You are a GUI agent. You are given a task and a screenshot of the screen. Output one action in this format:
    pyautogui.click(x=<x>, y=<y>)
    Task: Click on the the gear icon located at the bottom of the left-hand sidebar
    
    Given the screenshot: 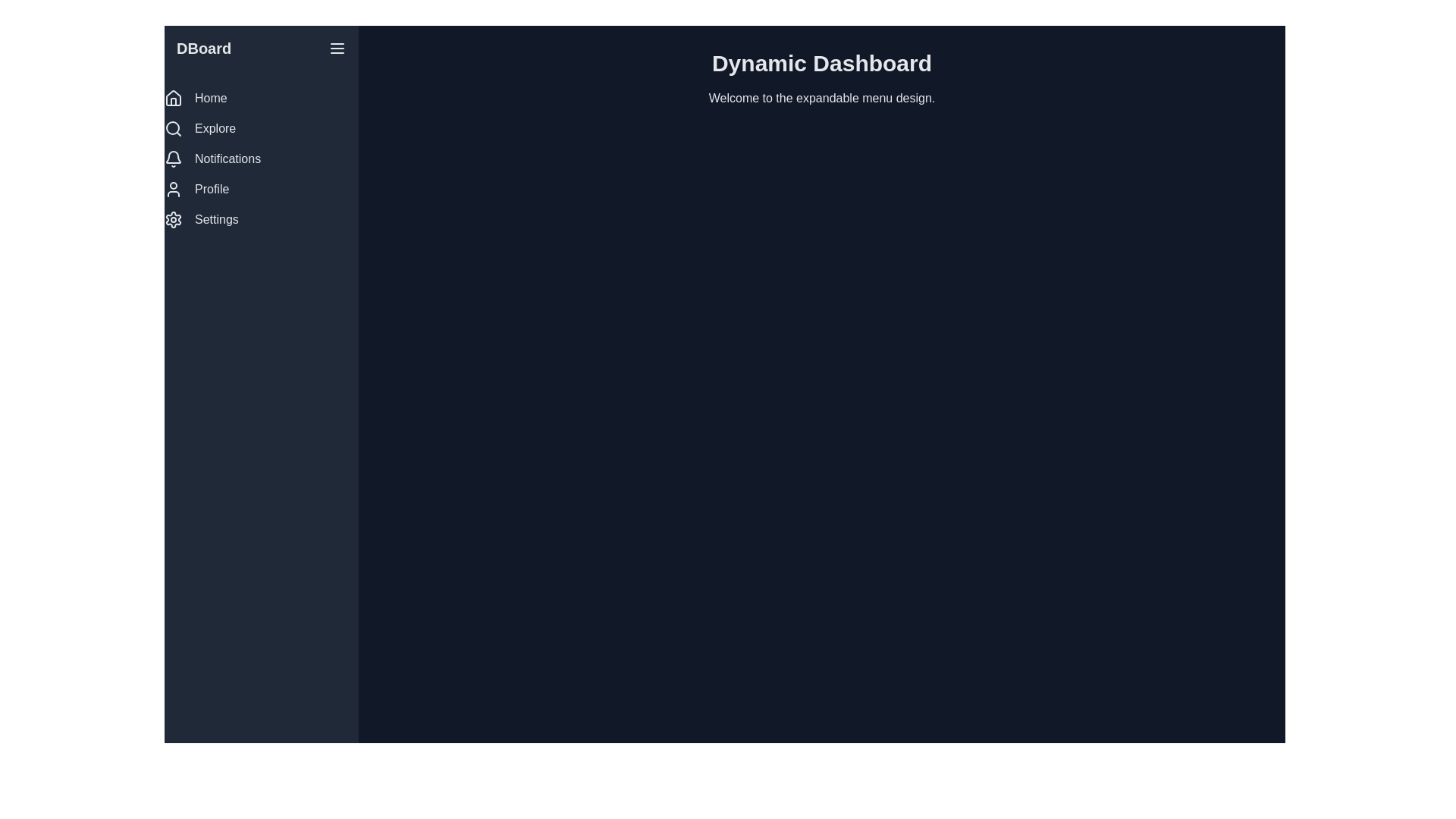 What is the action you would take?
    pyautogui.click(x=174, y=219)
    